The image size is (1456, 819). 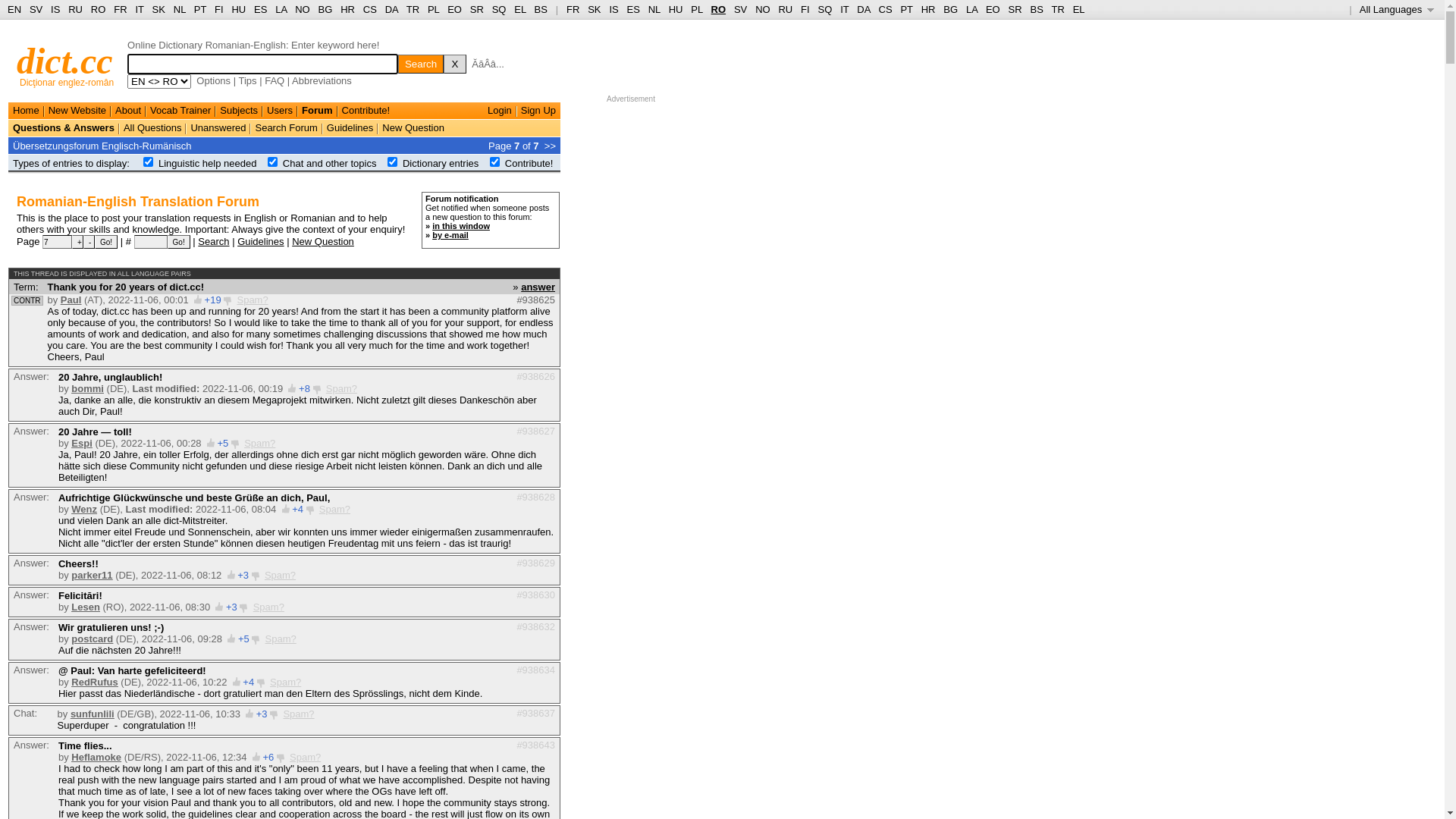 What do you see at coordinates (206, 163) in the screenshot?
I see `'Linguistic help needed'` at bounding box center [206, 163].